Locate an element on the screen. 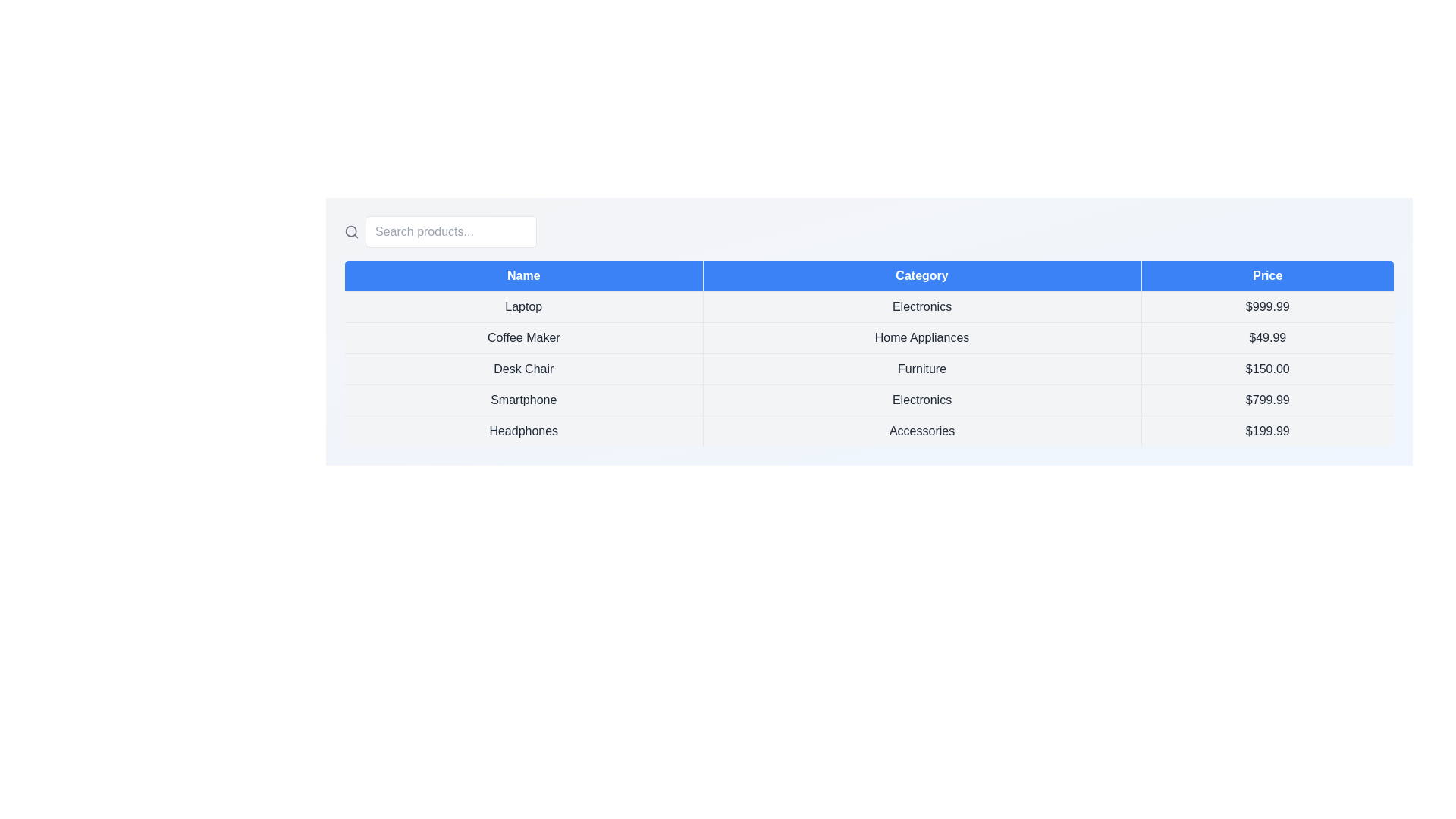 This screenshot has height=819, width=1456. the first row of the product summary table which includes the product's name, category, and price is located at coordinates (869, 307).